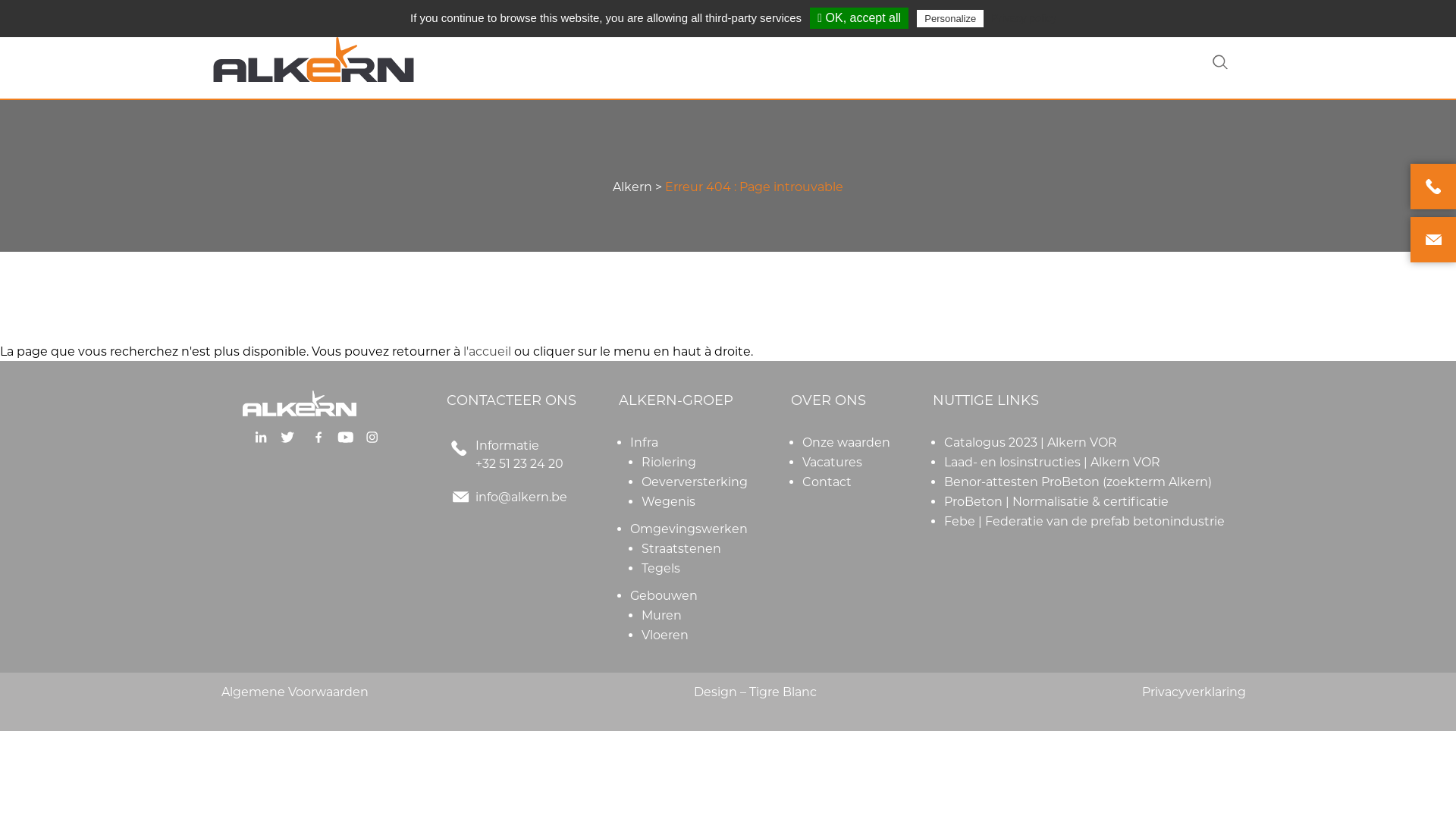  Describe the element at coordinates (667, 501) in the screenshot. I see `'Wegenis'` at that location.